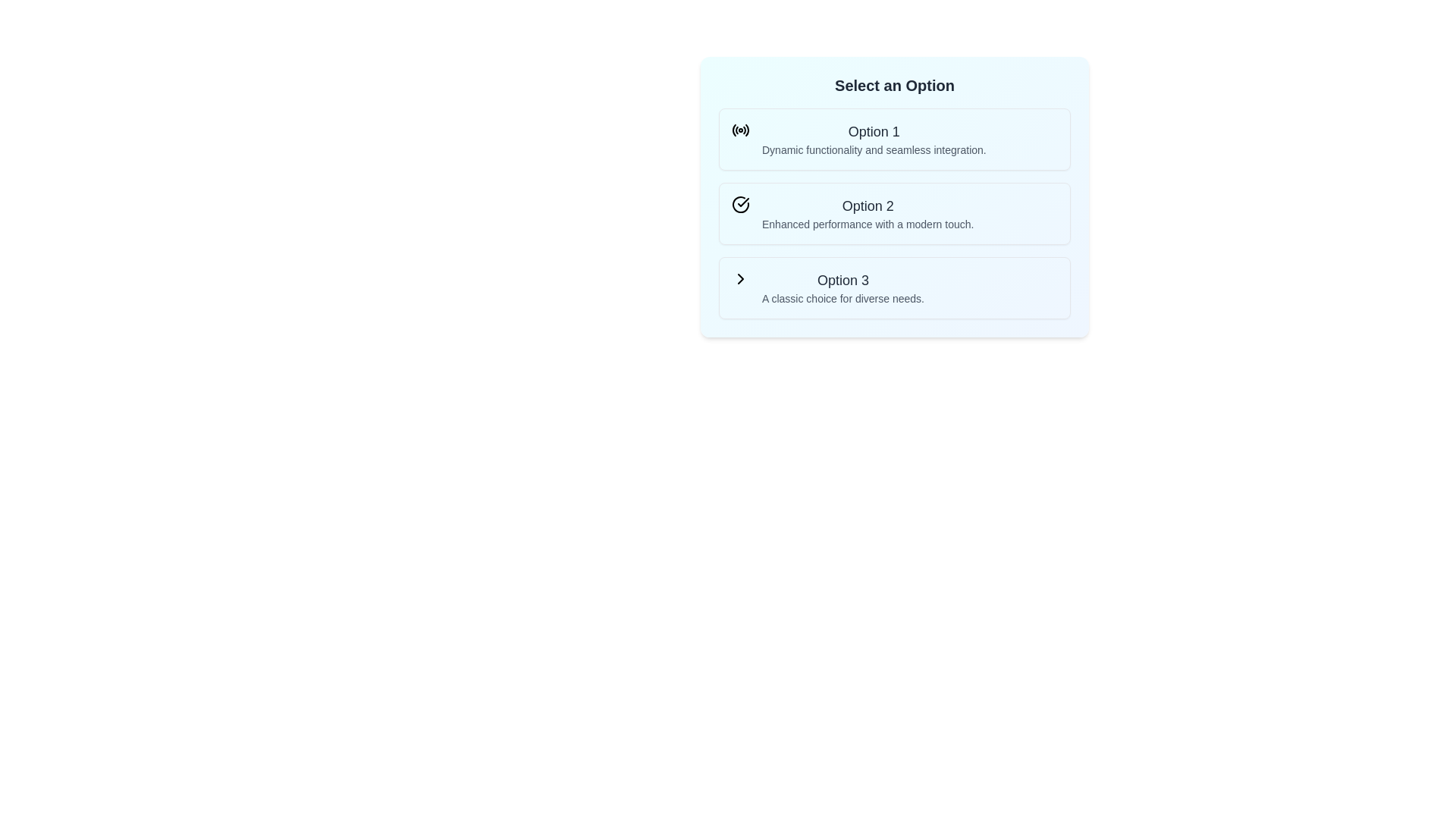 This screenshot has height=819, width=1456. I want to click on the information block for 'Option 1' in the selection panel, which displays the title and description of the first choice, so click(874, 140).